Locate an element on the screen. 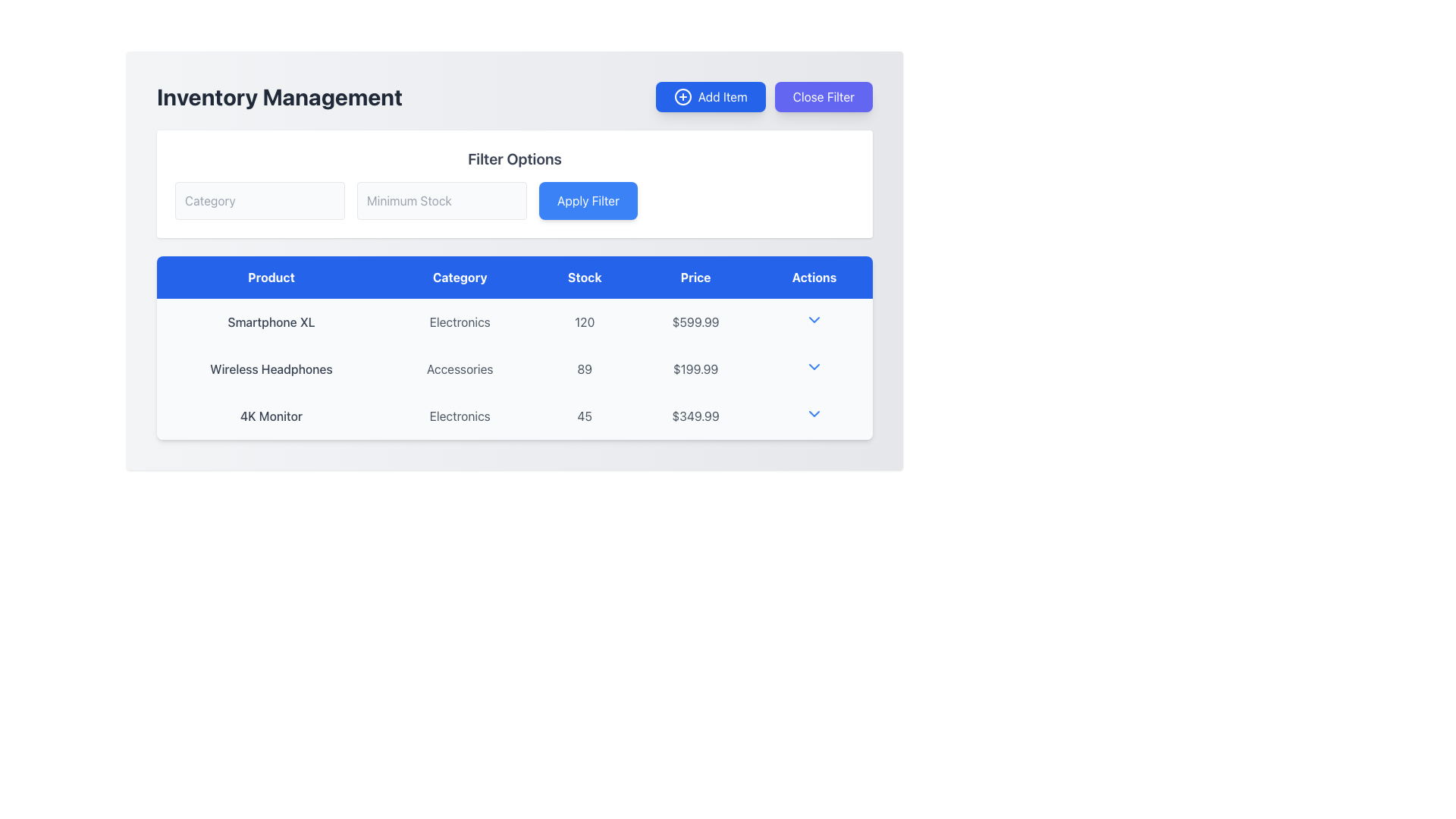  the Dropdown expansion icon in the Actions column of the table for the '4K Monitor' product to change its color is located at coordinates (814, 416).